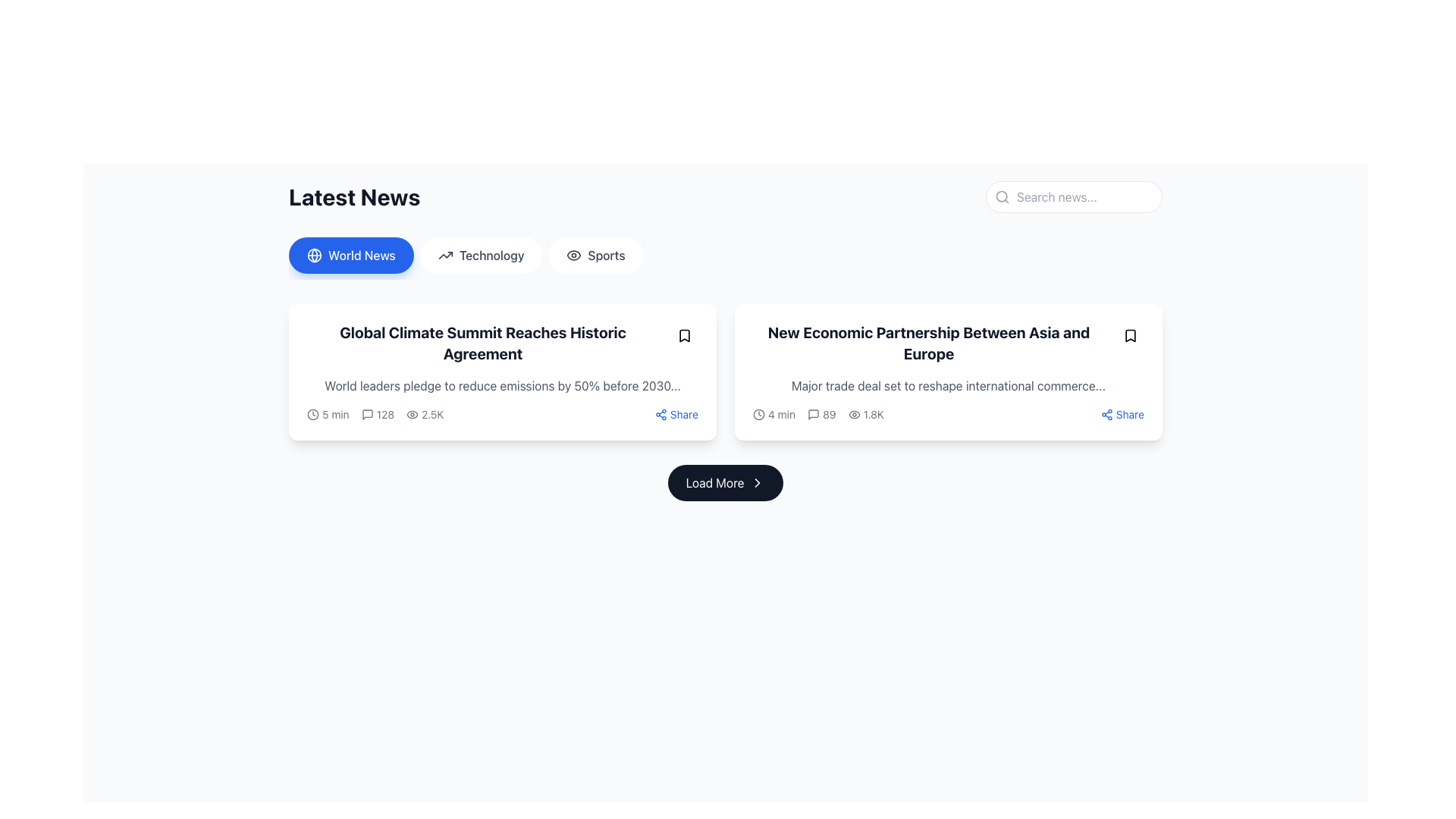  Describe the element at coordinates (934, 343) in the screenshot. I see `text from the headline Text Label located centrally in the horizontal card layout on the right side of the page, just beneath the 'Latest News' section` at that location.